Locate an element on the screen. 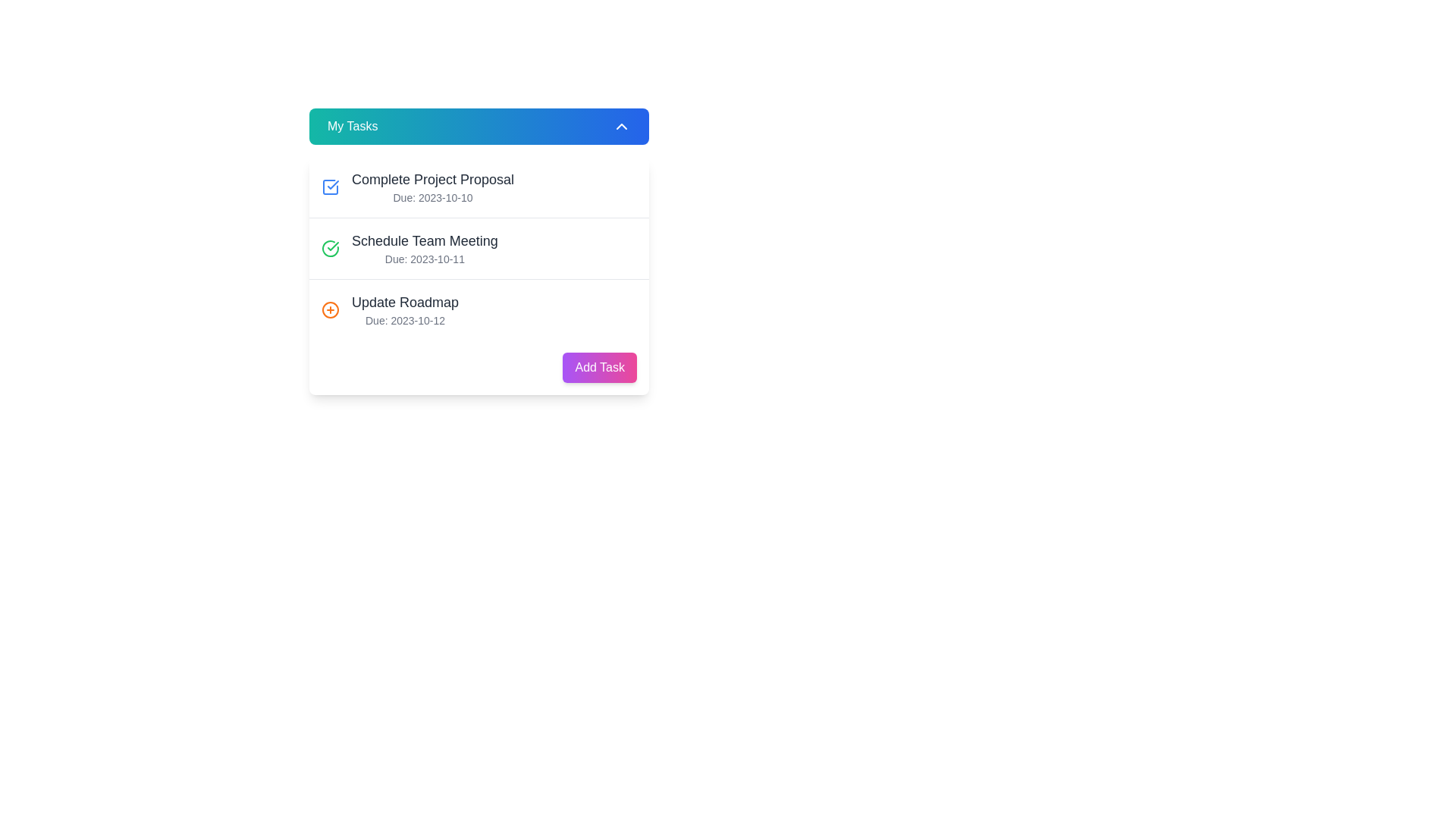 Image resolution: width=1456 pixels, height=819 pixels. the green circular icon indicating the completion status of the task 'Complete Project Proposal' in the task list is located at coordinates (332, 245).